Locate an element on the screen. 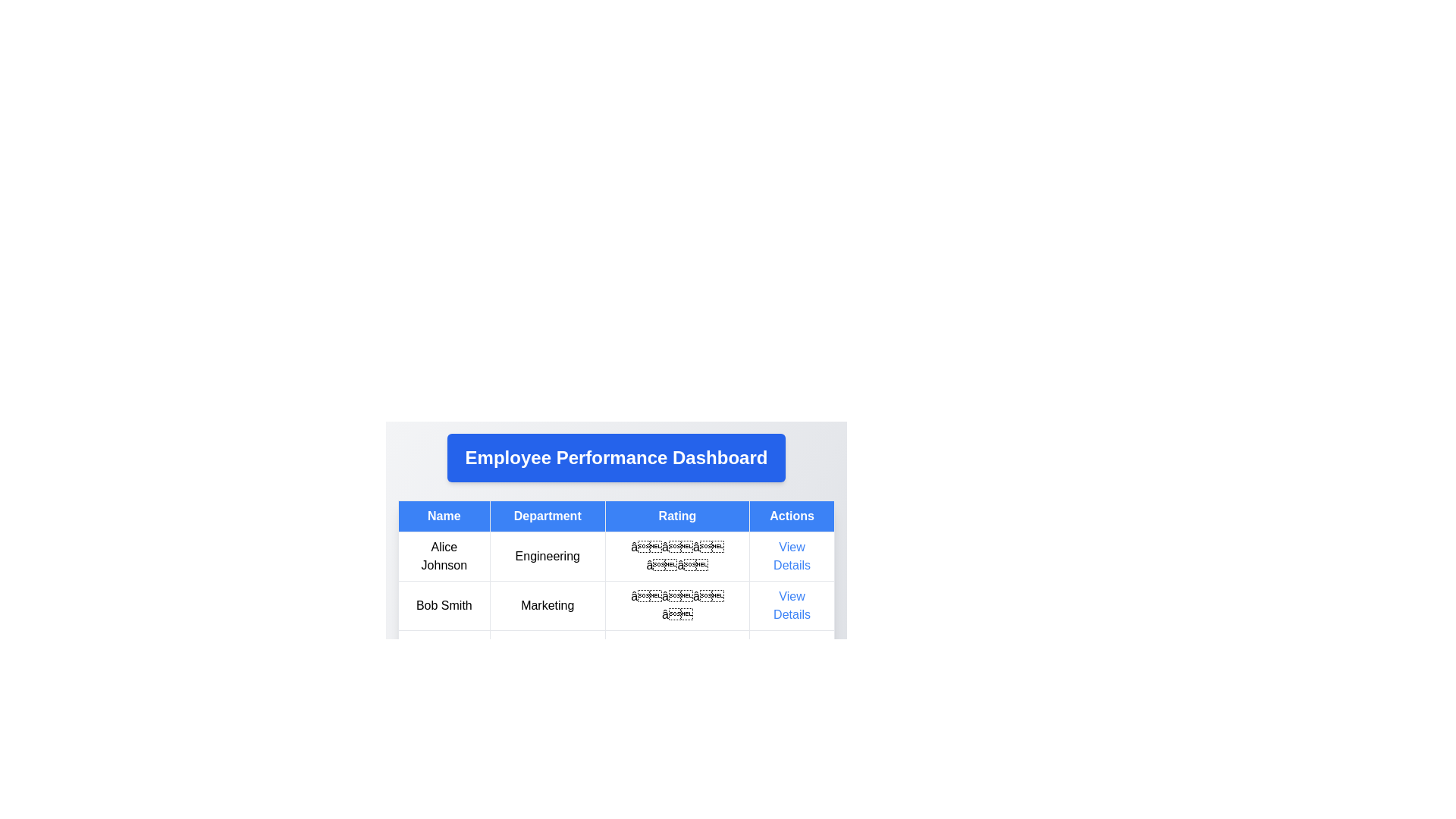 Image resolution: width=1456 pixels, height=819 pixels. the second 'View Details' link in the 'Actions' column for Alice Johnson in the Engineering department is located at coordinates (791, 556).